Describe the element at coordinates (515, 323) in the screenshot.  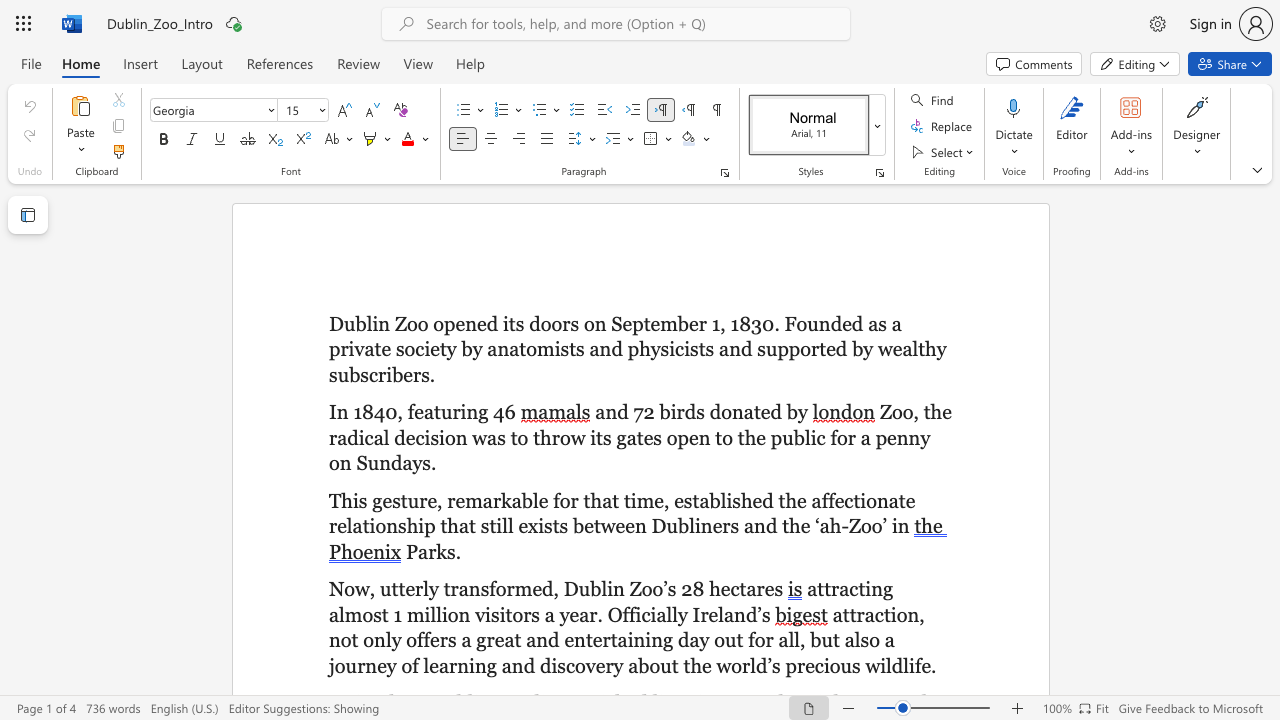
I see `the subset text "s doors on September 1, 1830. Founded as a private society by anatomi" within the text "Dublin Zoo opened its doors on September 1, 1830. Founded as a private society by anatomists and physicists and supported by wealthy subscribers."` at that location.